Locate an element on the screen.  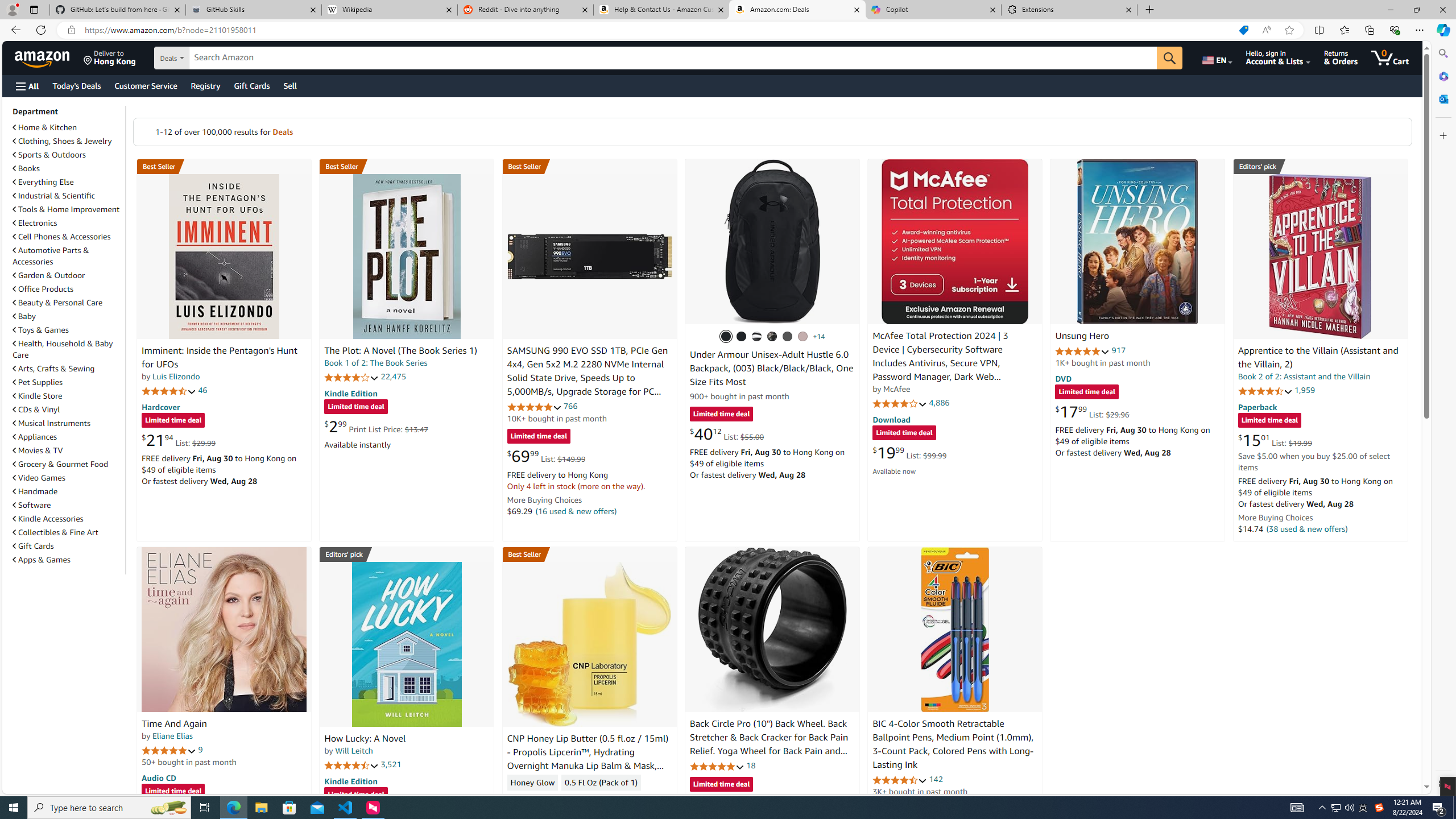
'Movies & TV' is located at coordinates (37, 450).